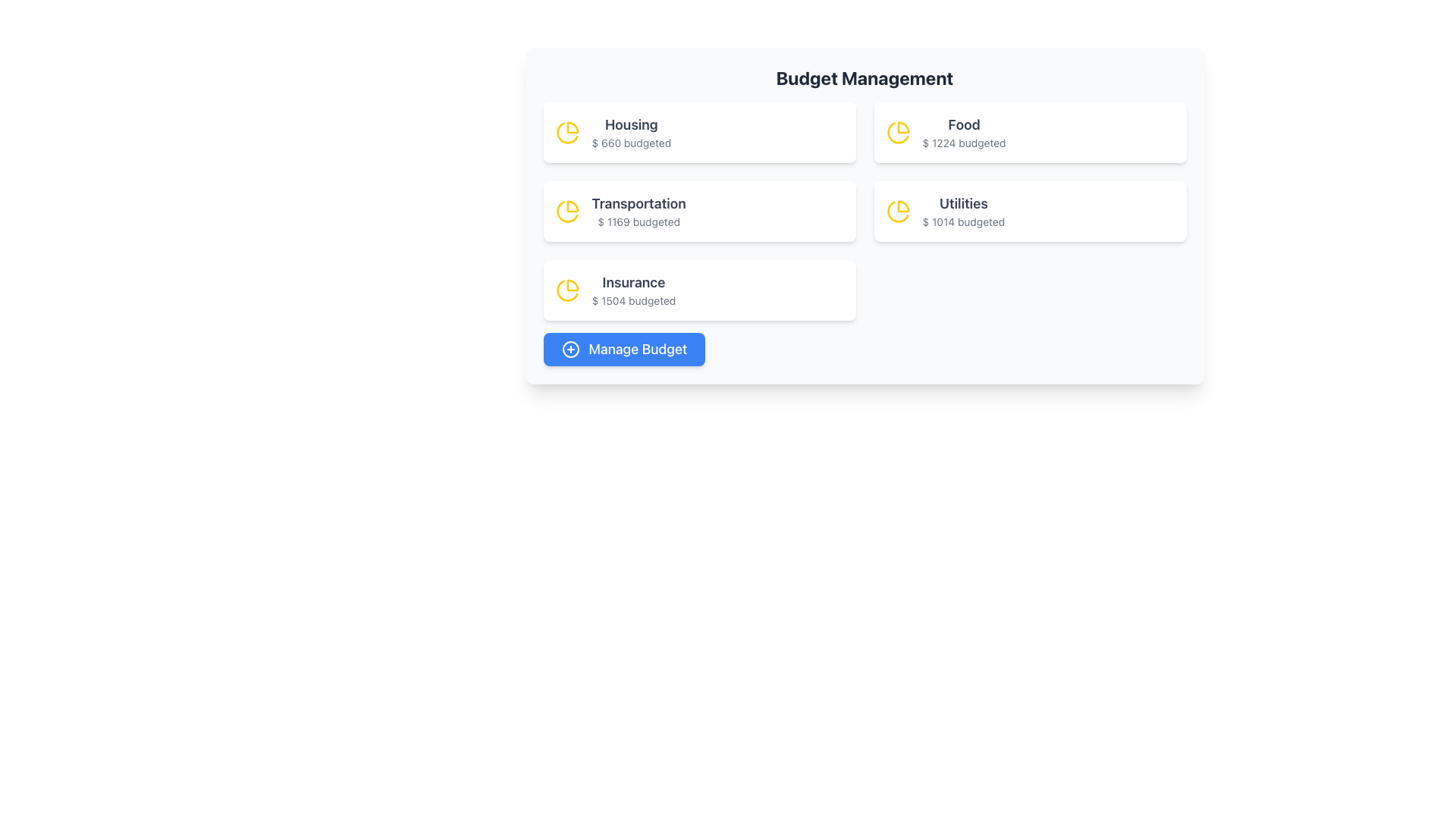  Describe the element at coordinates (1030, 211) in the screenshot. I see `the 'Utilities' card element with a white background and rounded corners, which displays a budget of '$ 1014 budgeted' and is located in the second column and second row of the grid in the 'Budget Management' section` at that location.